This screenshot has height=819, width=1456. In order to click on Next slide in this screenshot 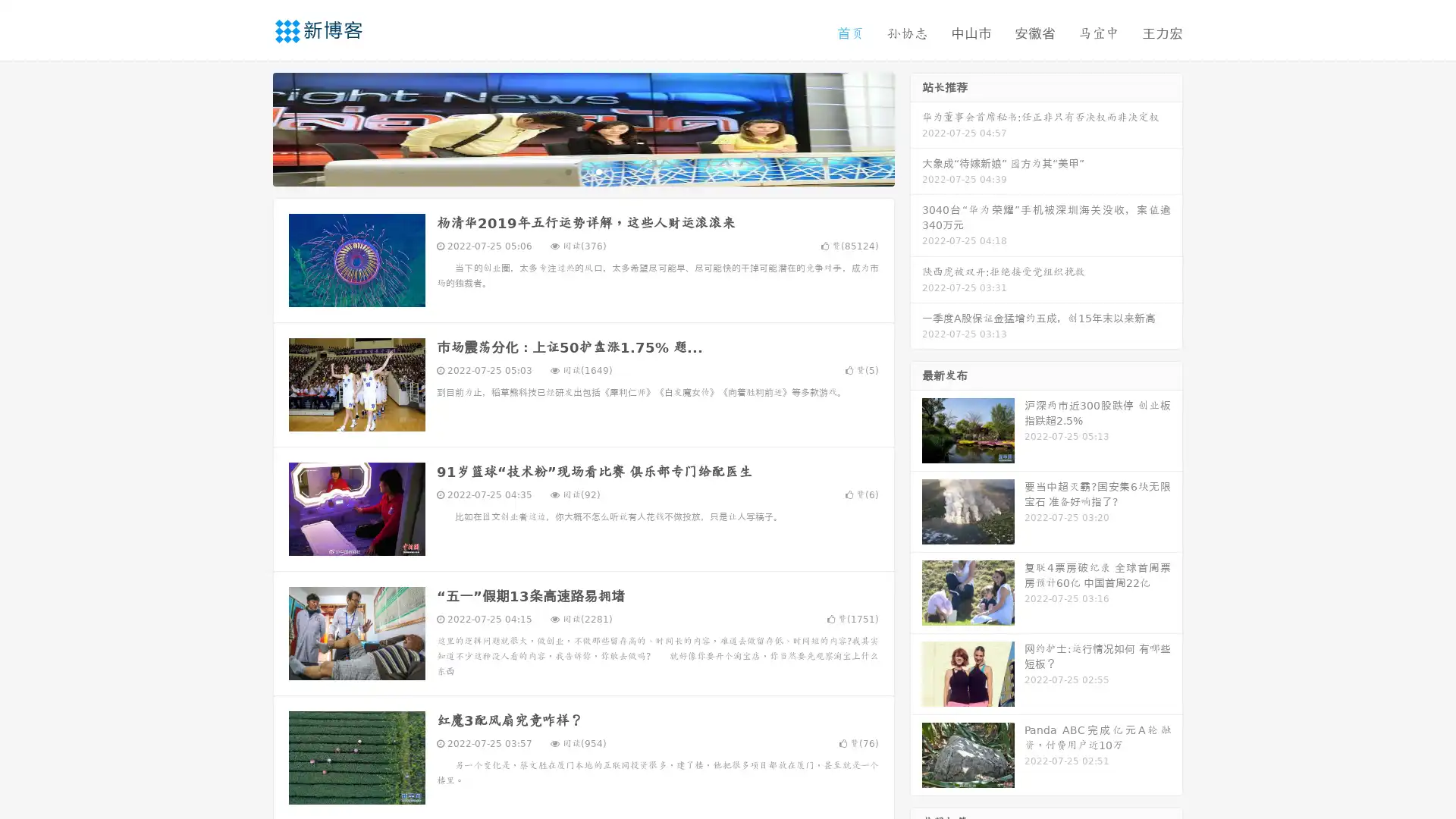, I will do `click(916, 127)`.